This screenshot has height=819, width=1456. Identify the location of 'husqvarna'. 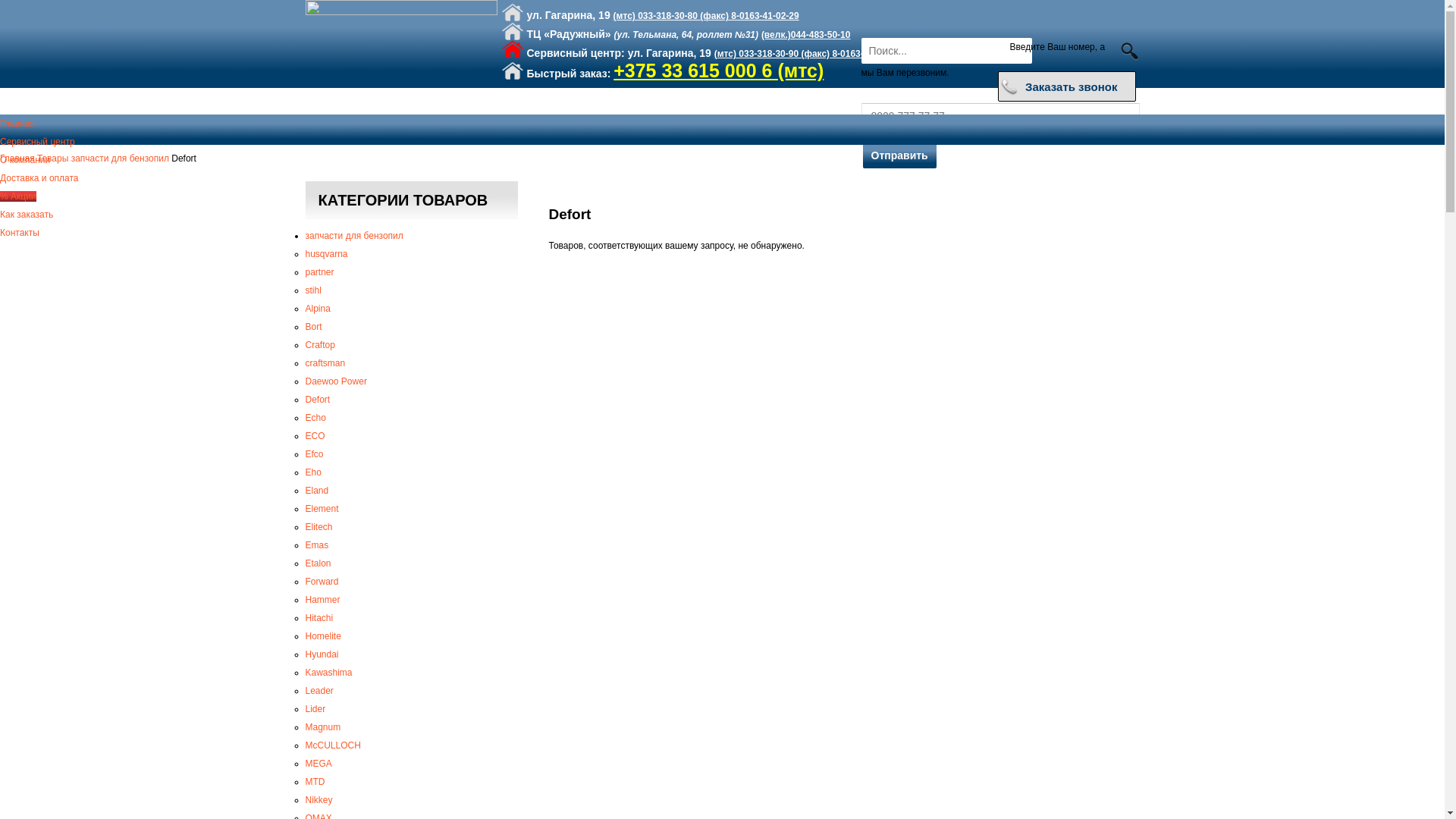
(325, 253).